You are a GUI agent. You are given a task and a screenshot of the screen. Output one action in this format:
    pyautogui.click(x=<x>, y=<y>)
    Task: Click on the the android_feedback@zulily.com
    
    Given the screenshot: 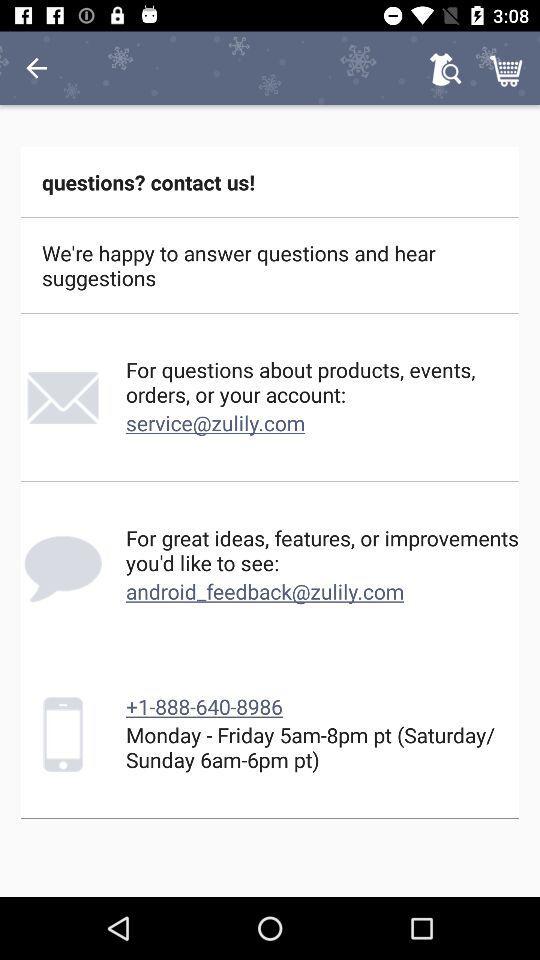 What is the action you would take?
    pyautogui.click(x=265, y=591)
    